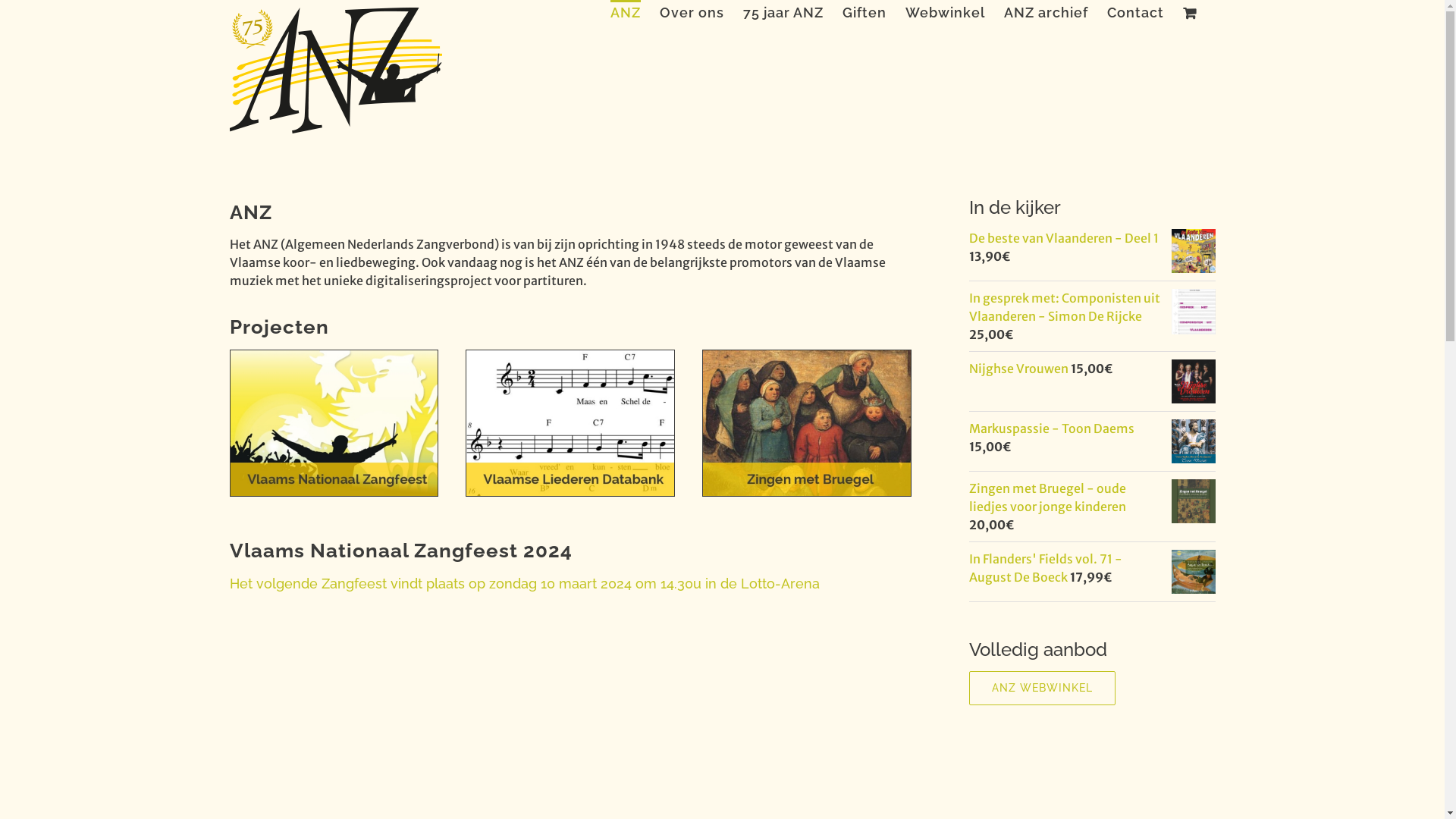 The height and width of the screenshot is (819, 1456). I want to click on 'ANZ', so click(625, 11).